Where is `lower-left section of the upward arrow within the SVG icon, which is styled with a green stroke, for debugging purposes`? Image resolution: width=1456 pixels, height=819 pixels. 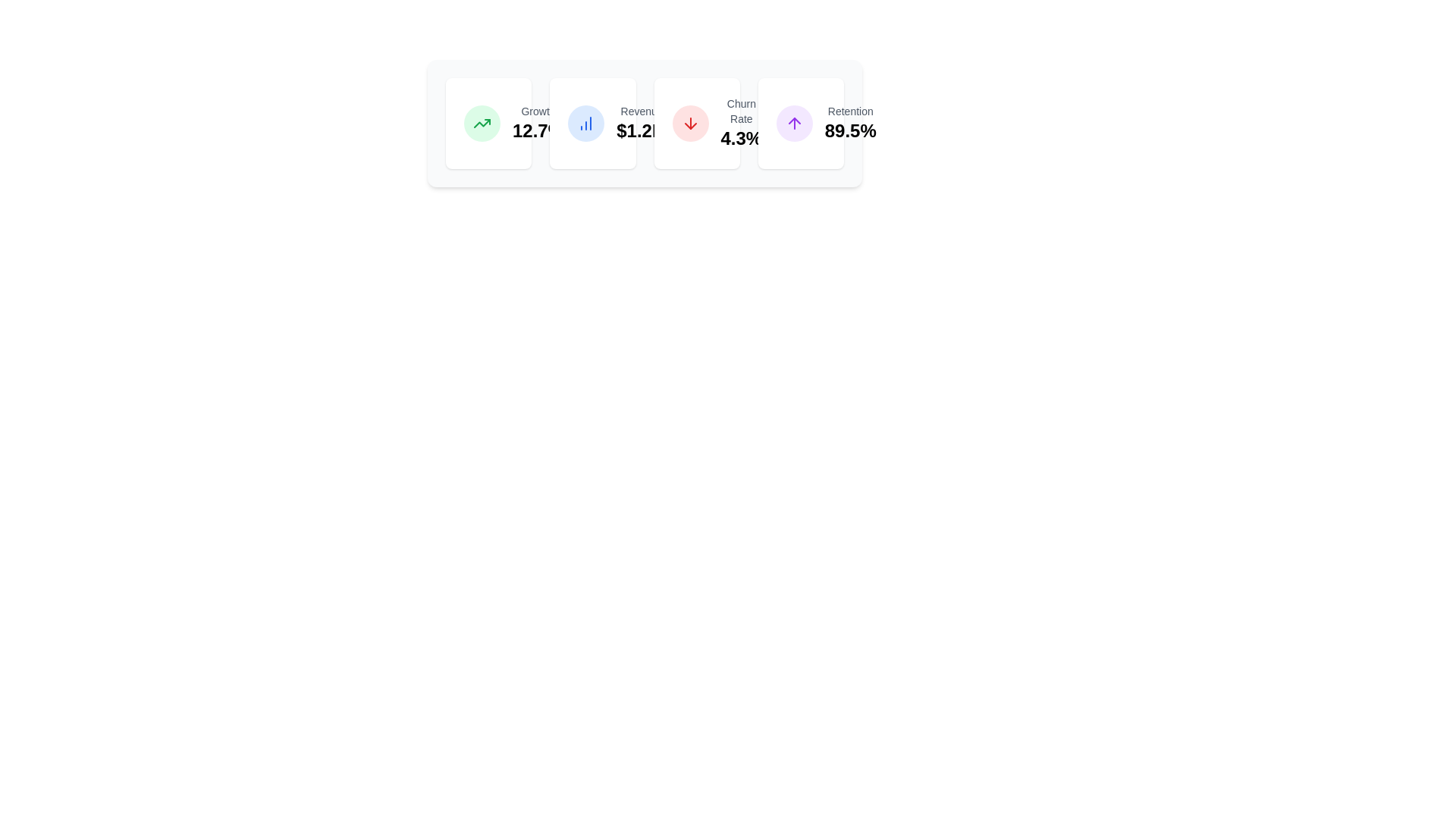 lower-left section of the upward arrow within the SVG icon, which is styled with a green stroke, for debugging purposes is located at coordinates (481, 122).